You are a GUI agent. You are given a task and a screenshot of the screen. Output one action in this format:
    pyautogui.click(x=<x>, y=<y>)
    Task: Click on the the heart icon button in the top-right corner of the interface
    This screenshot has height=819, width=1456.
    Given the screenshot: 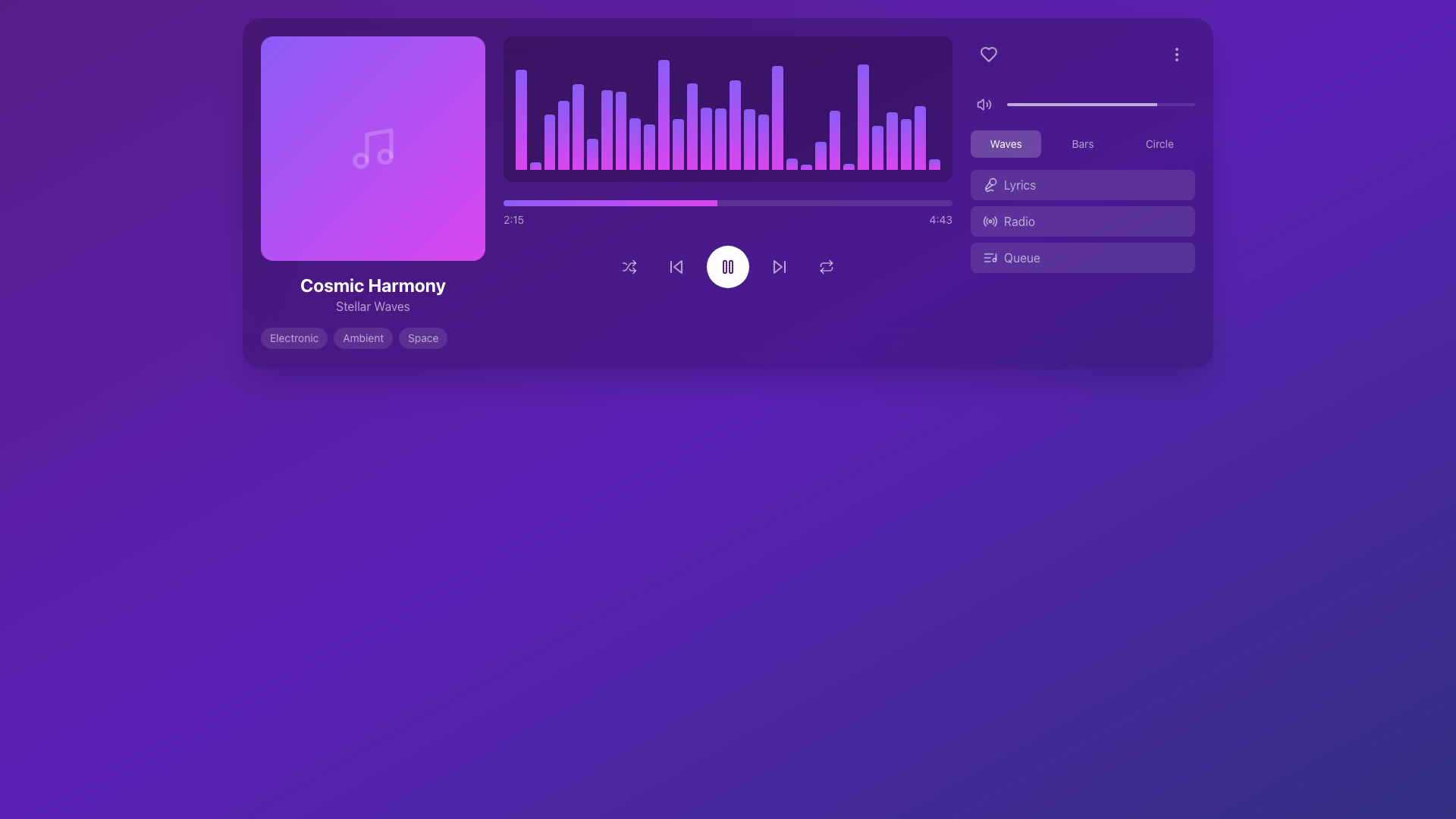 What is the action you would take?
    pyautogui.click(x=989, y=54)
    